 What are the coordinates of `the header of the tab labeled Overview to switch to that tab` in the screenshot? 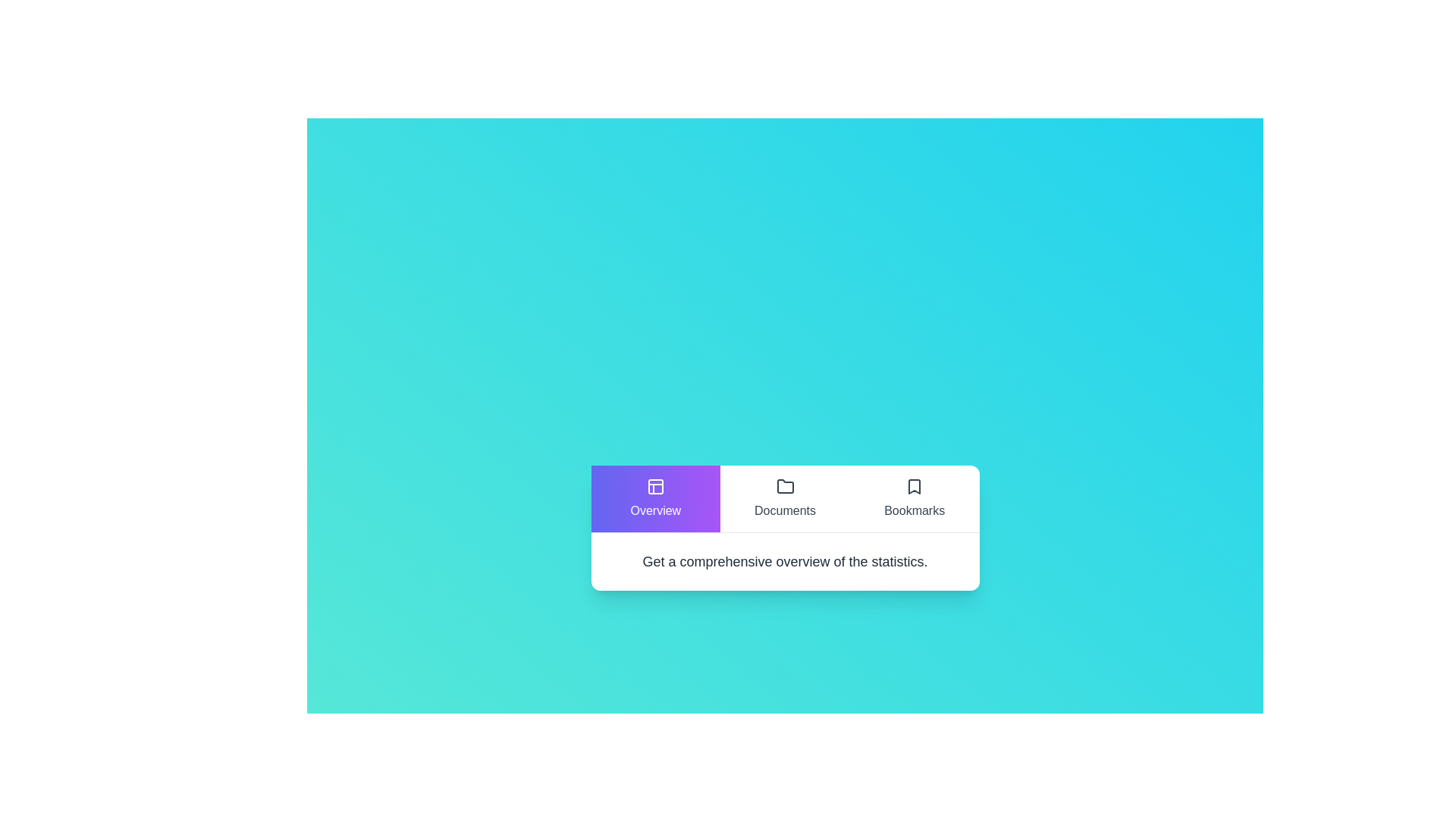 It's located at (655, 498).